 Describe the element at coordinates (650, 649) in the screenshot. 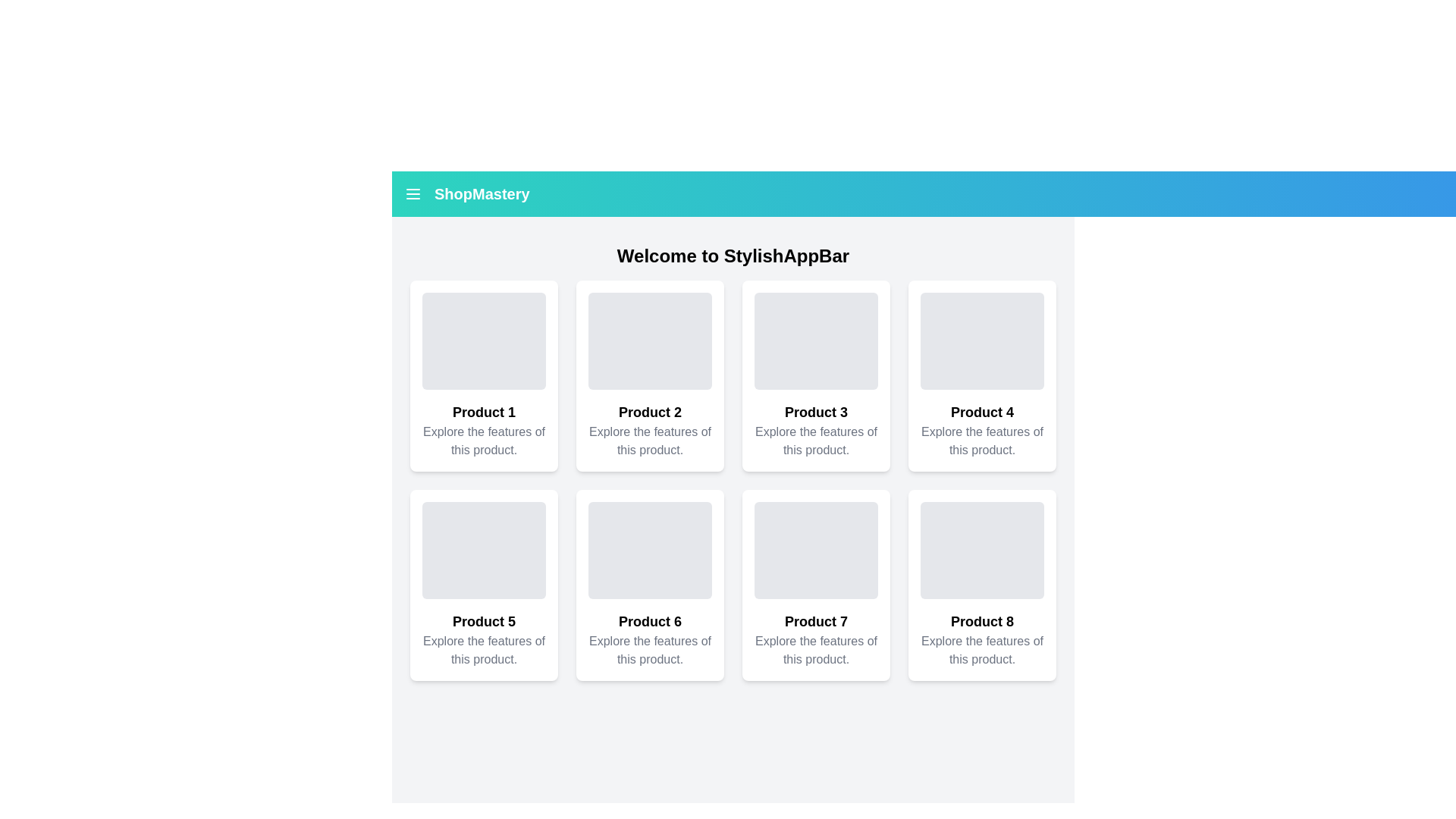

I see `gray-colored text labeled 'Explore the features of this product.' located at the bottom center of the card under 'Product 6'` at that location.